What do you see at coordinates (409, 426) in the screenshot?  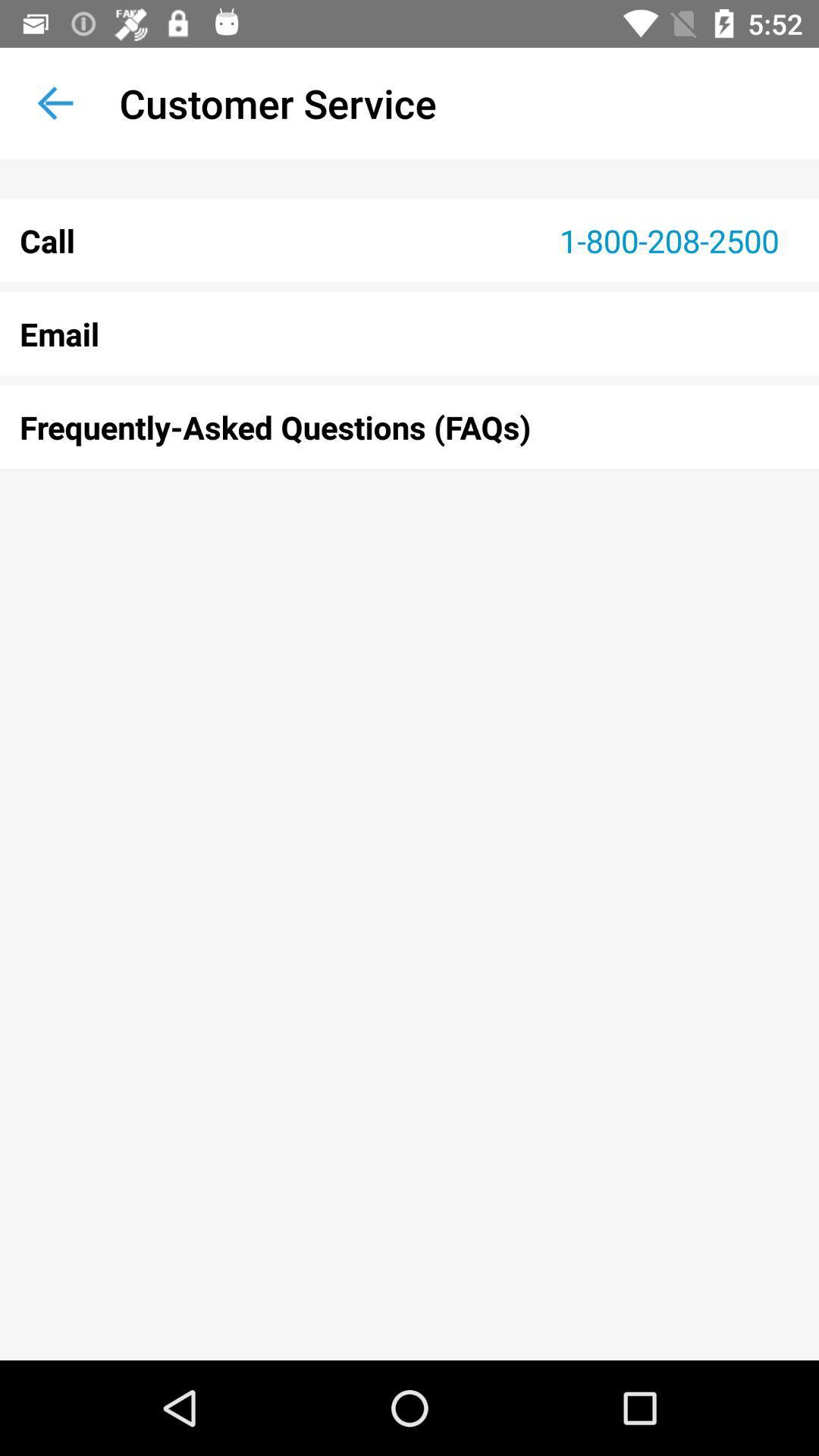 I see `item below the email item` at bounding box center [409, 426].